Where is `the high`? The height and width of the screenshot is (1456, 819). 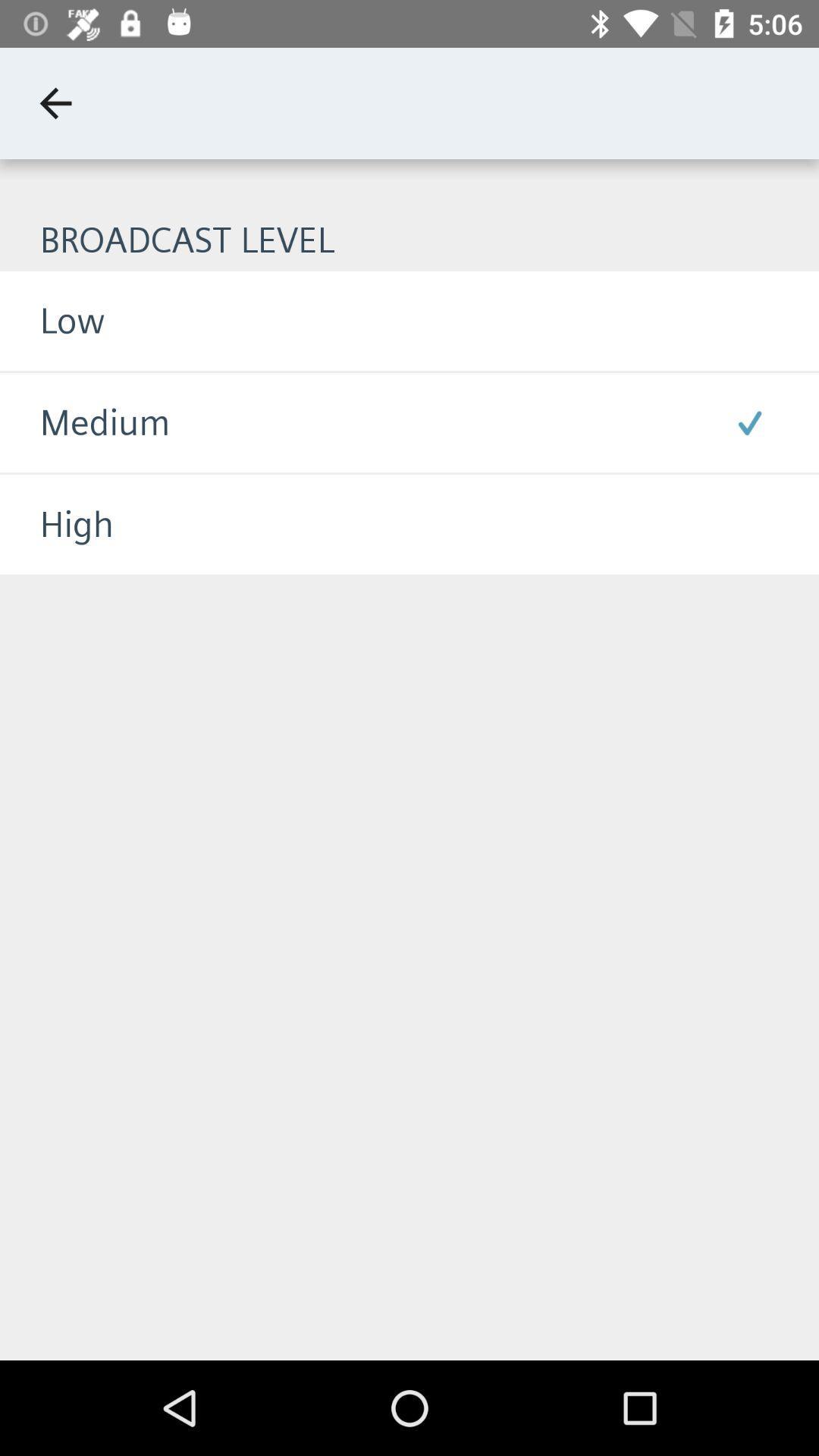
the high is located at coordinates (55, 524).